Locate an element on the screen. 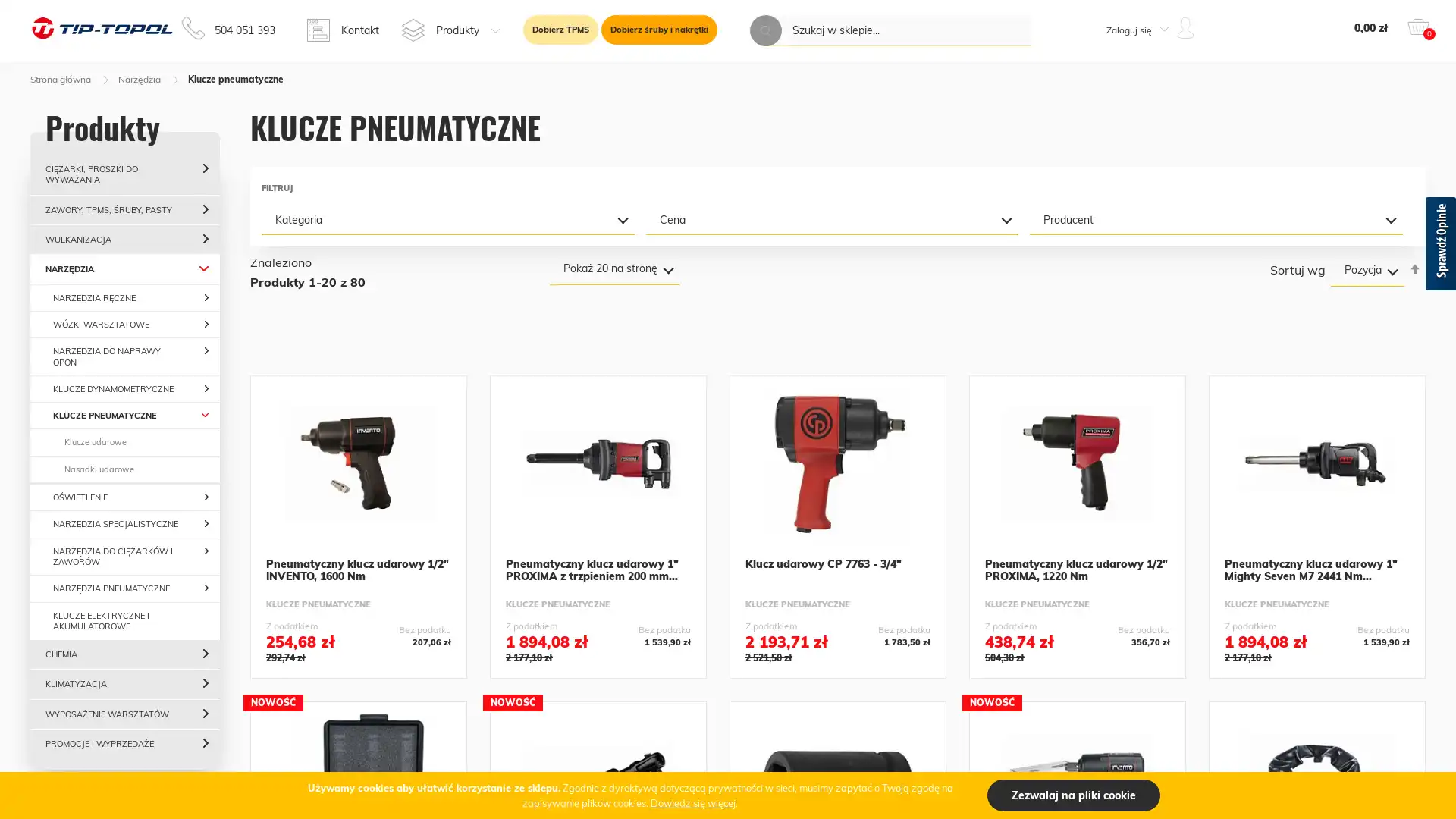 The height and width of the screenshot is (819, 1456). Dodaj do koszyka is located at coordinates (597, 657).